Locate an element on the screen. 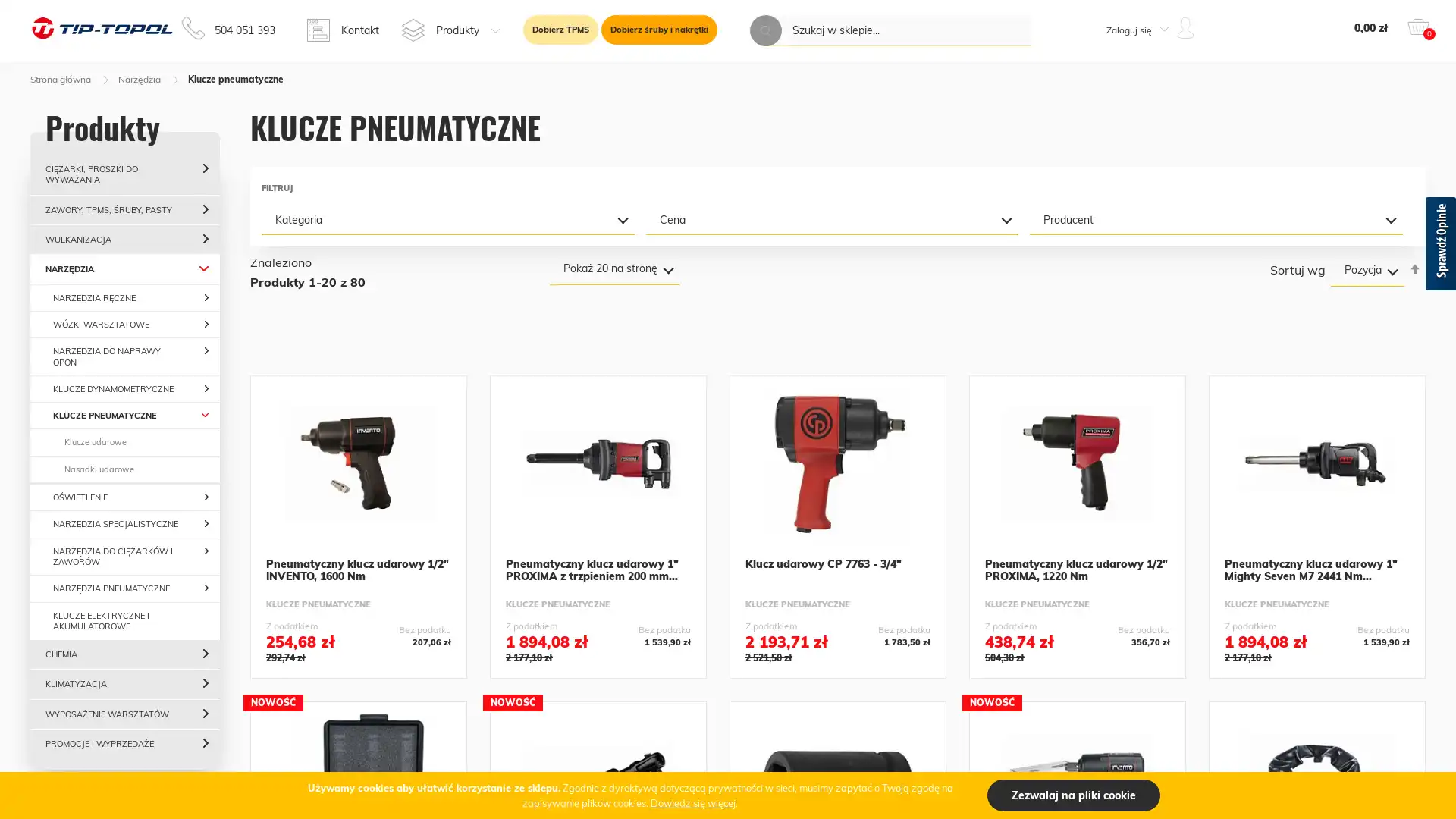 The height and width of the screenshot is (819, 1456). Dodaj do koszyka is located at coordinates (597, 657).